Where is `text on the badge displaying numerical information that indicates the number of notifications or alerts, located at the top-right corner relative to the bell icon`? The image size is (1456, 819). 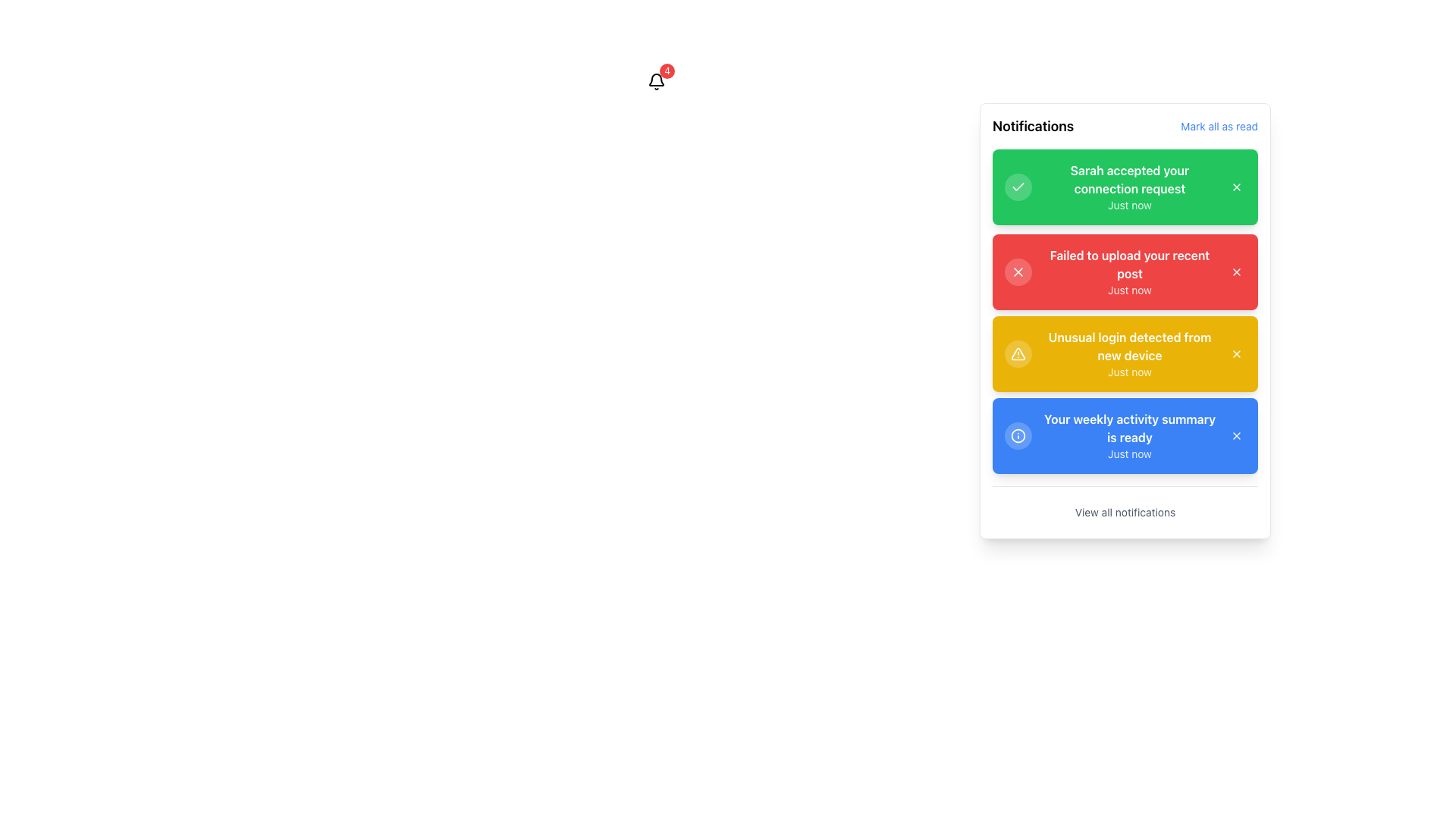
text on the badge displaying numerical information that indicates the number of notifications or alerts, located at the top-right corner relative to the bell icon is located at coordinates (667, 71).